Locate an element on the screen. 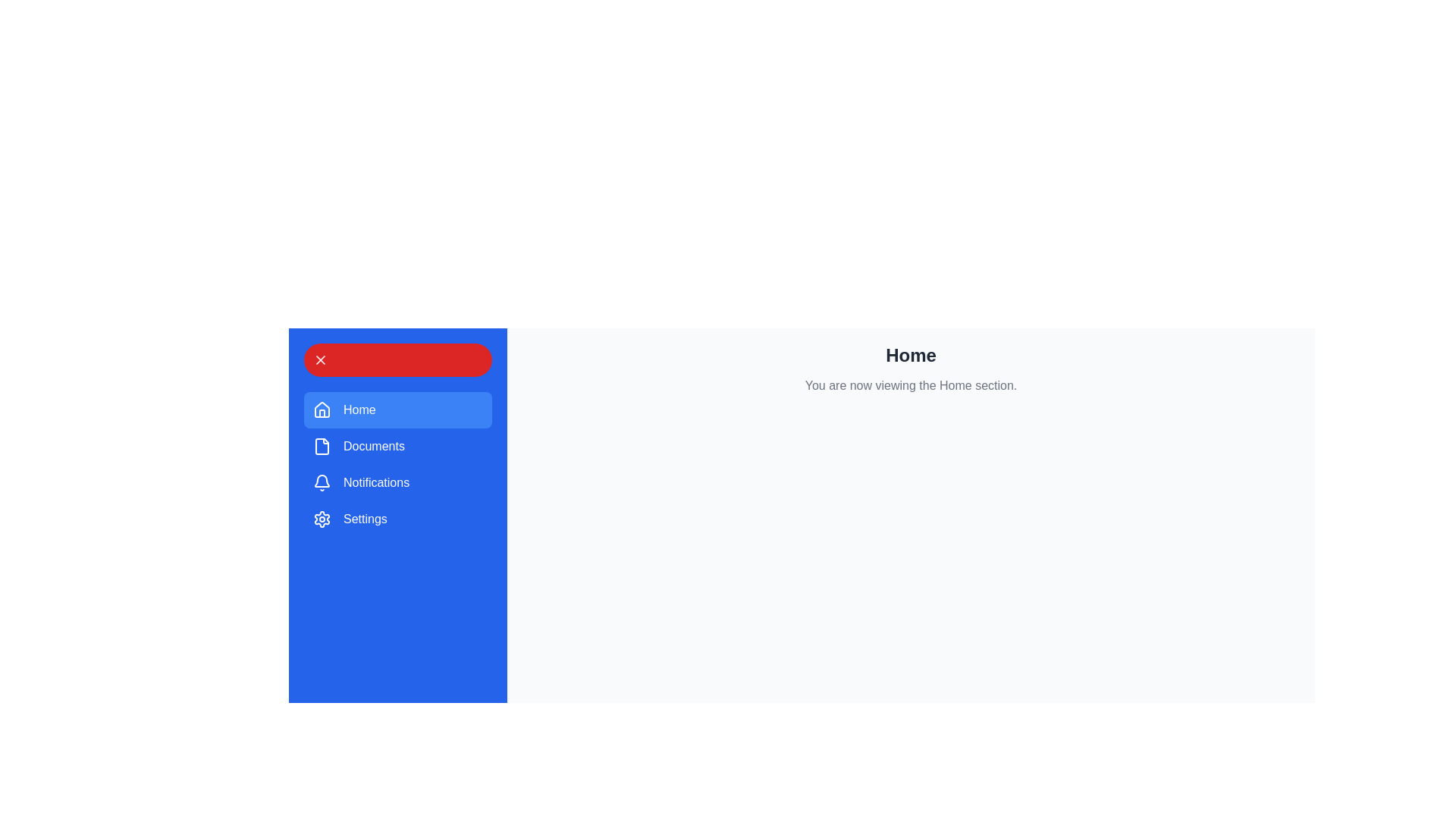  the menu item Documents from the drawer menu is located at coordinates (397, 446).